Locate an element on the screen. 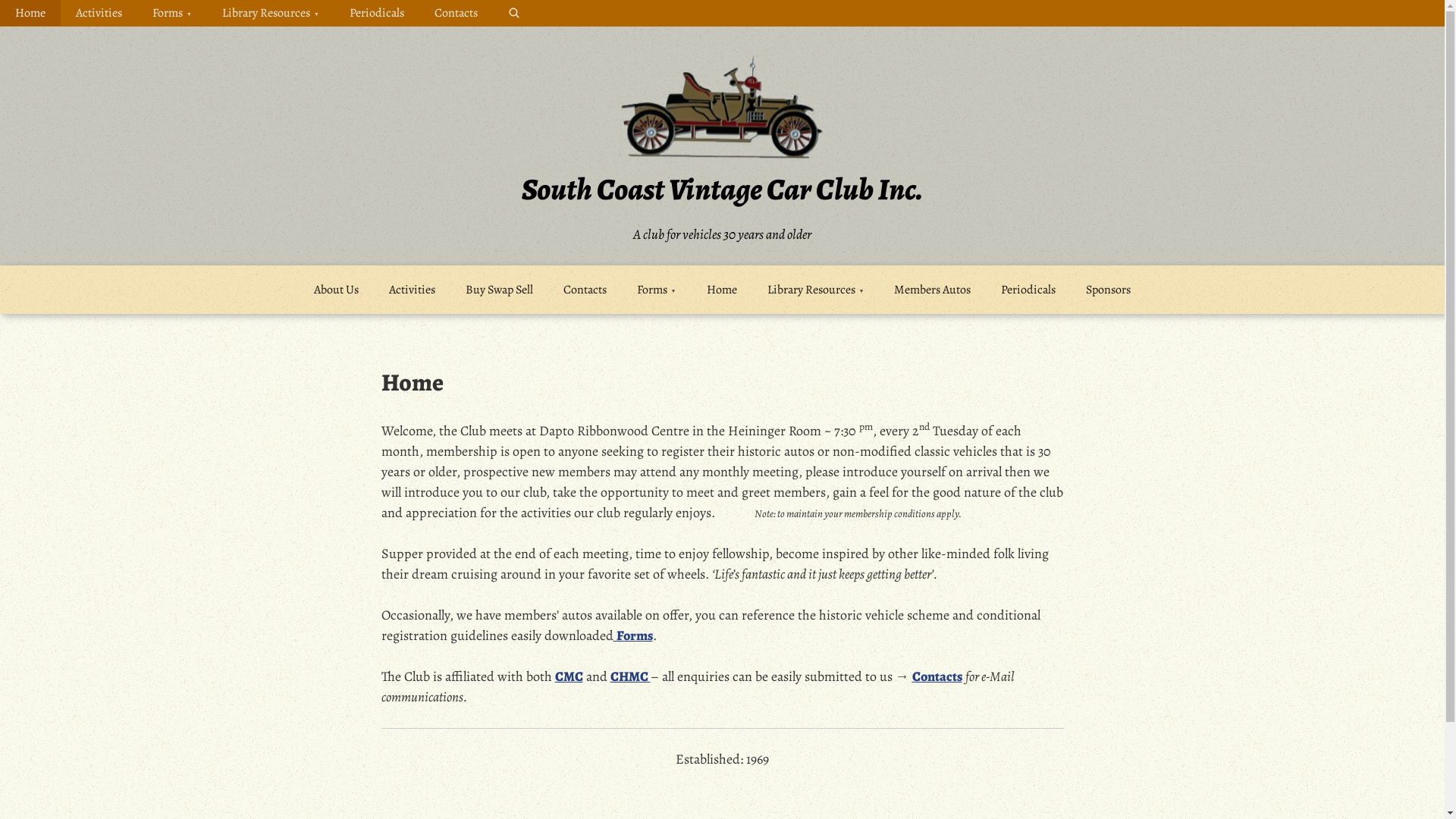 This screenshot has height=819, width=1456. ' Forms' is located at coordinates (632, 635).